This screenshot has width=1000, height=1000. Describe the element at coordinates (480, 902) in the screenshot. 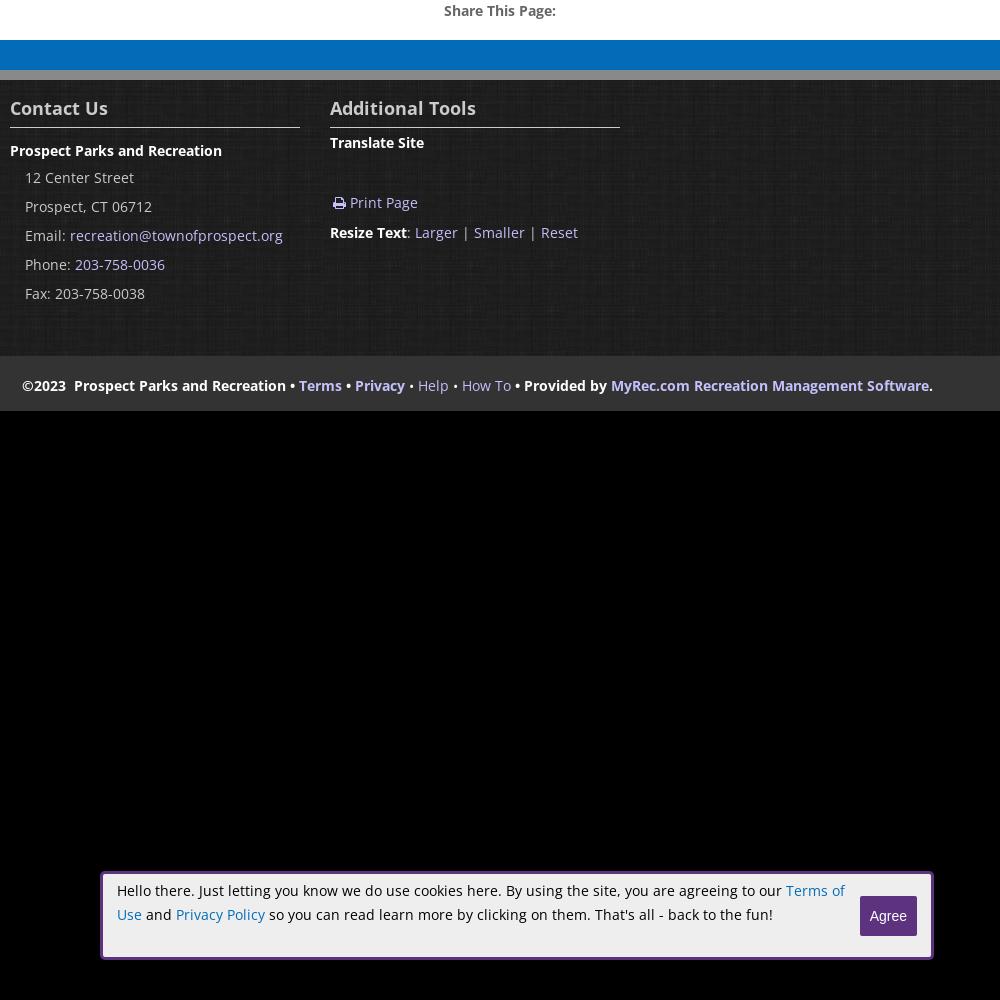

I see `'Terms of Use'` at that location.